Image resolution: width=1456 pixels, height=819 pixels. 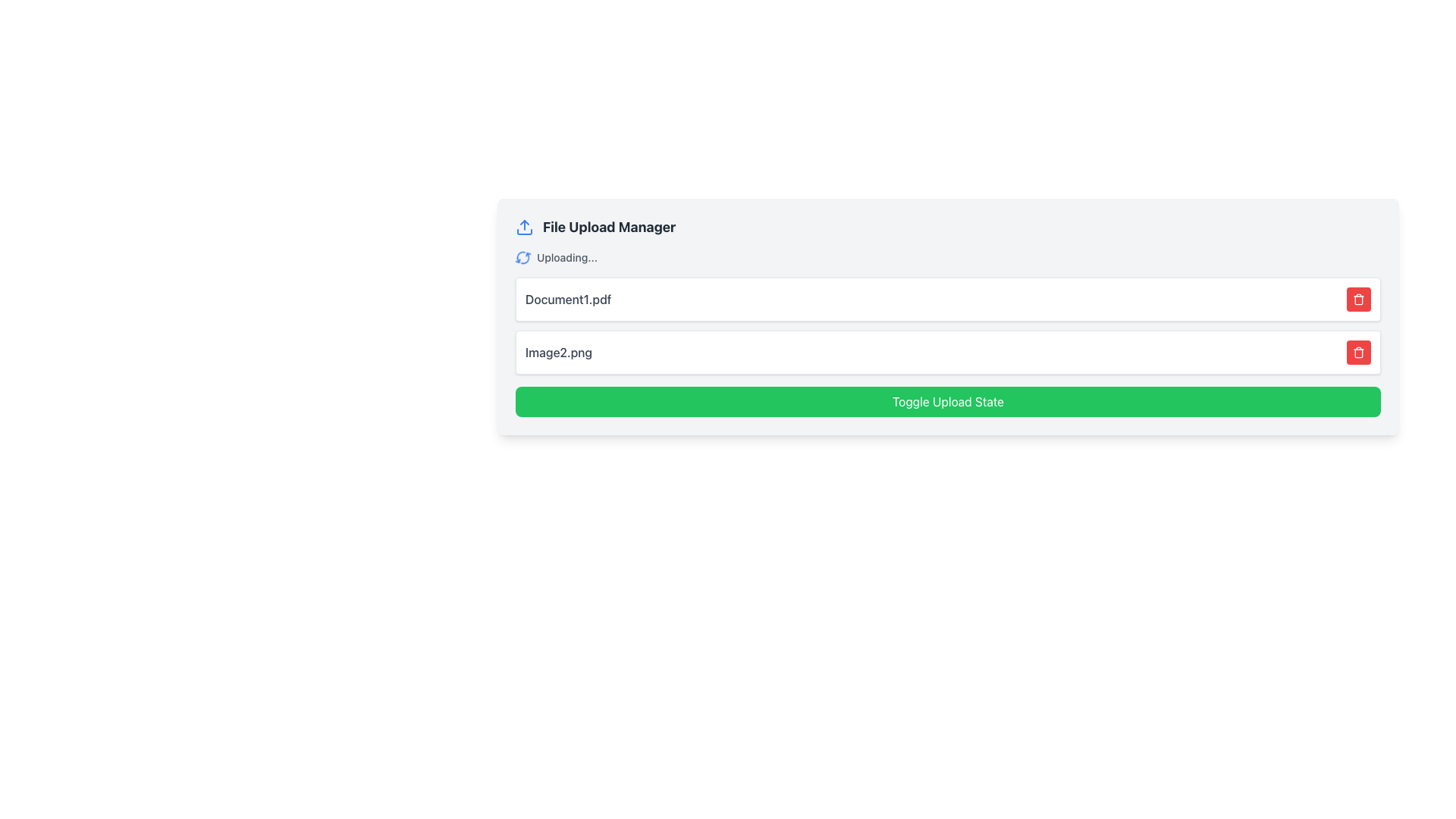 I want to click on the green rectangular button labeled 'Toggle Upload State' located at the bottom of the 'File Upload Manager', so click(x=947, y=400).